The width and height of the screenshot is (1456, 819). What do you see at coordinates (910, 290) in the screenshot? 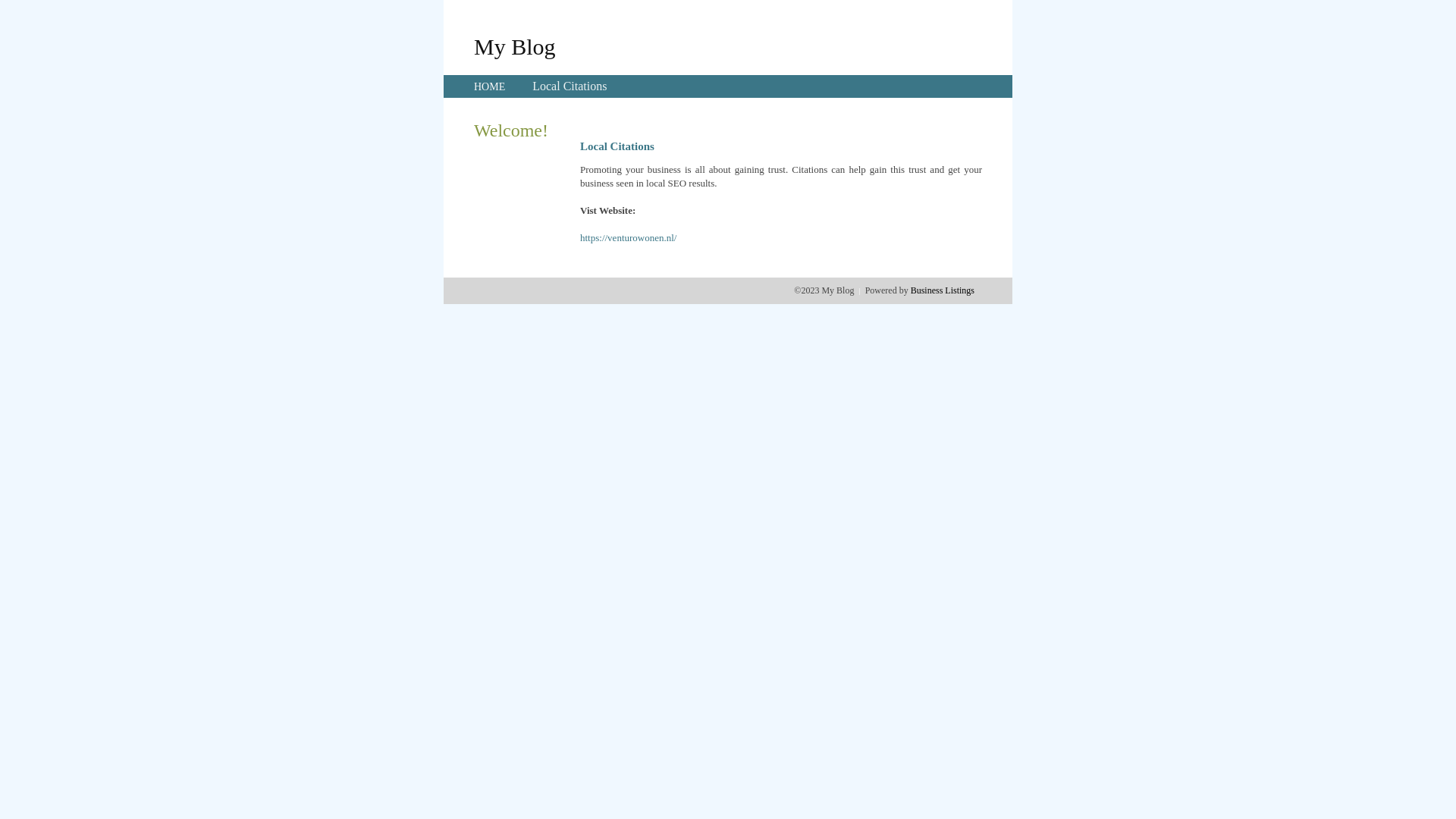
I see `'Business Listings'` at bounding box center [910, 290].